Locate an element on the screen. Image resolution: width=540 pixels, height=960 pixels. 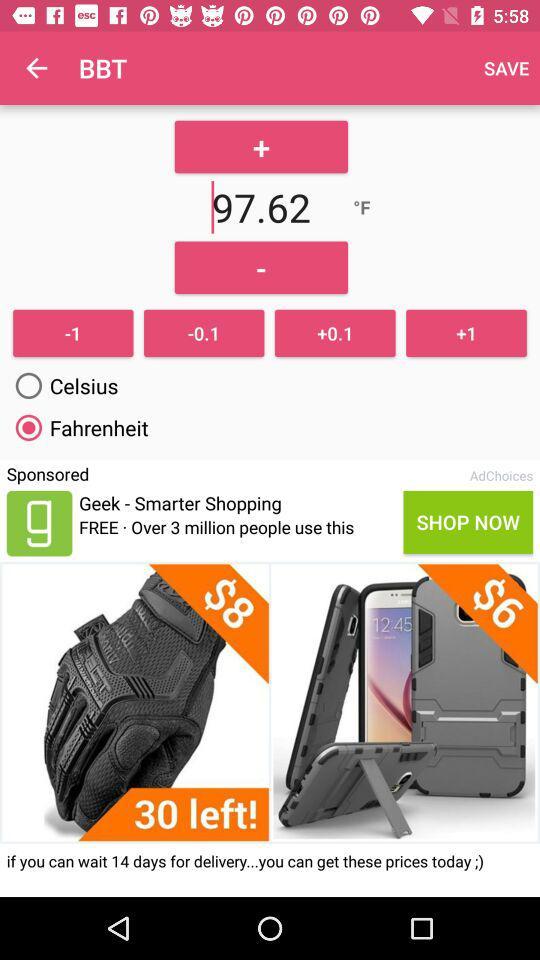
geek is located at coordinates (39, 522).